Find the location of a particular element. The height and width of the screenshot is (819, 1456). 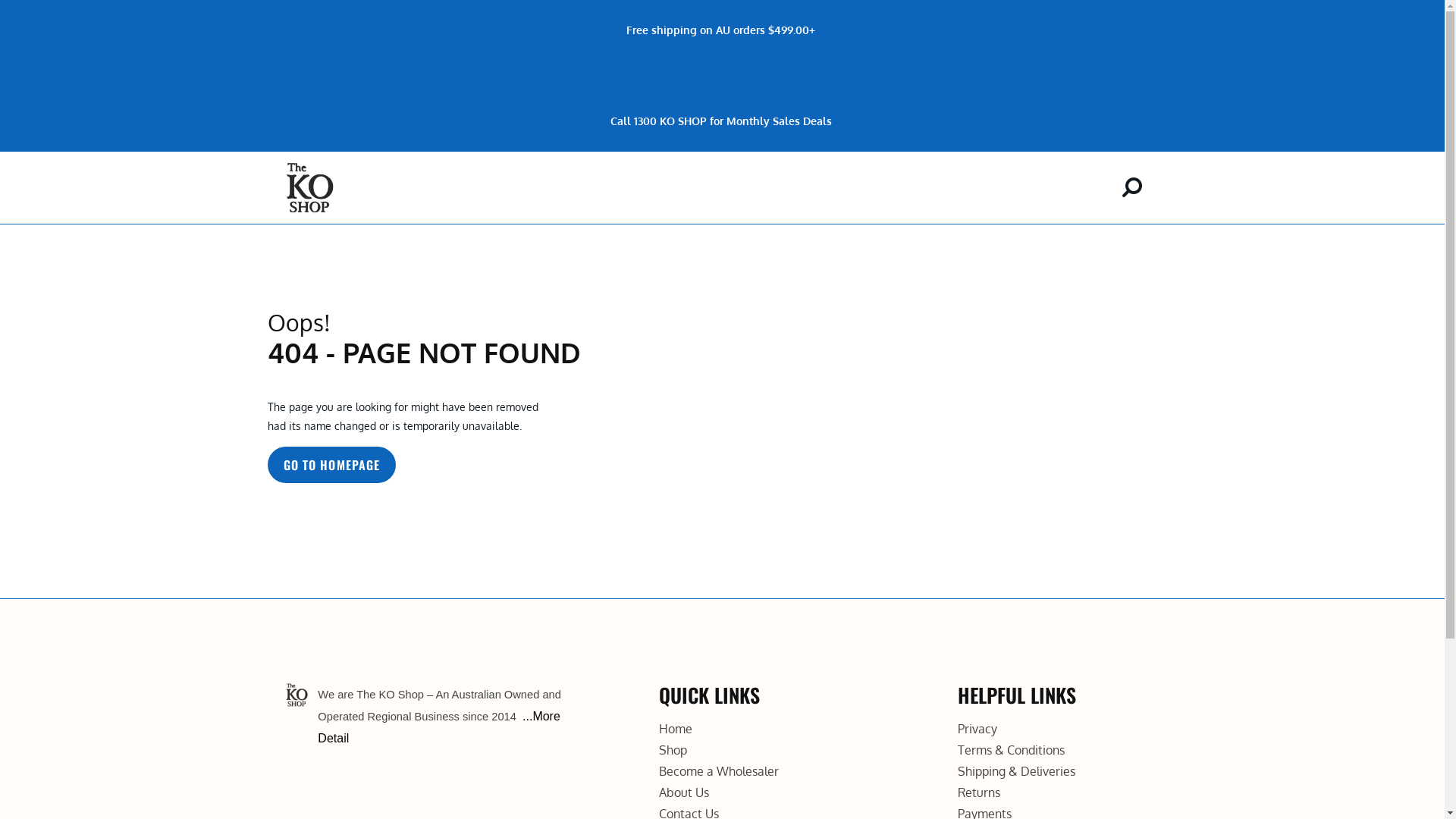

'Become a Wholesaler' is located at coordinates (718, 771).